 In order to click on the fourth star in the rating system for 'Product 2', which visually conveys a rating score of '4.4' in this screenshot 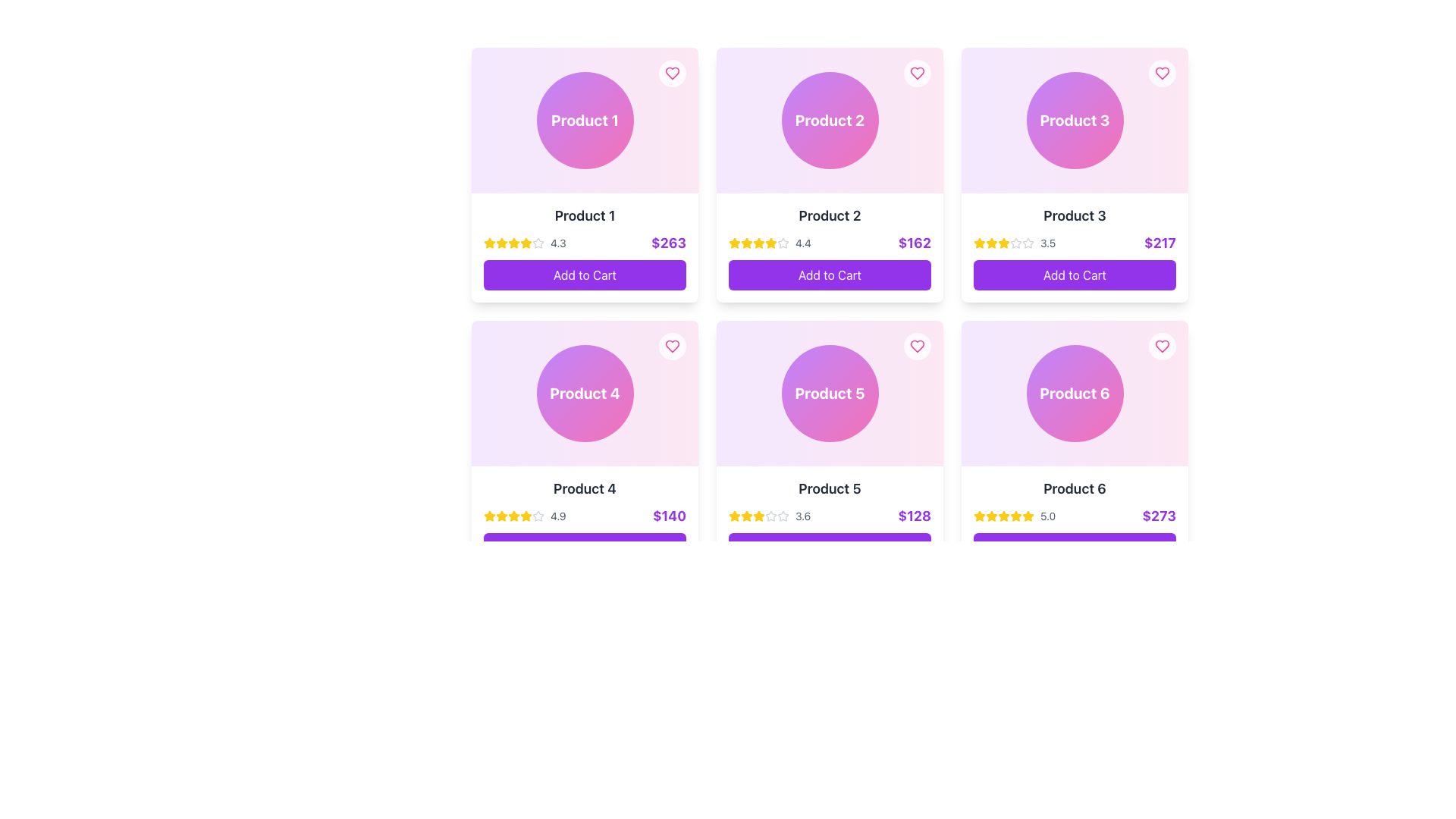, I will do `click(759, 242)`.